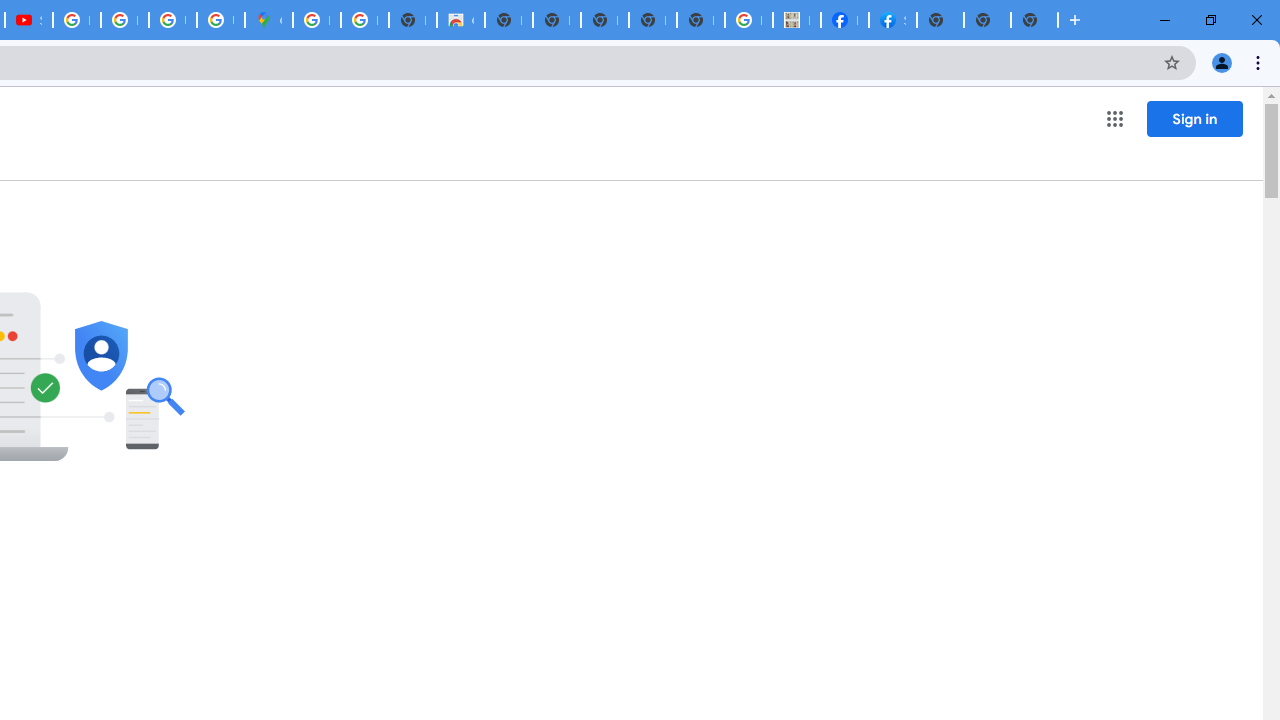  I want to click on 'Sign Up for Facebook', so click(891, 20).